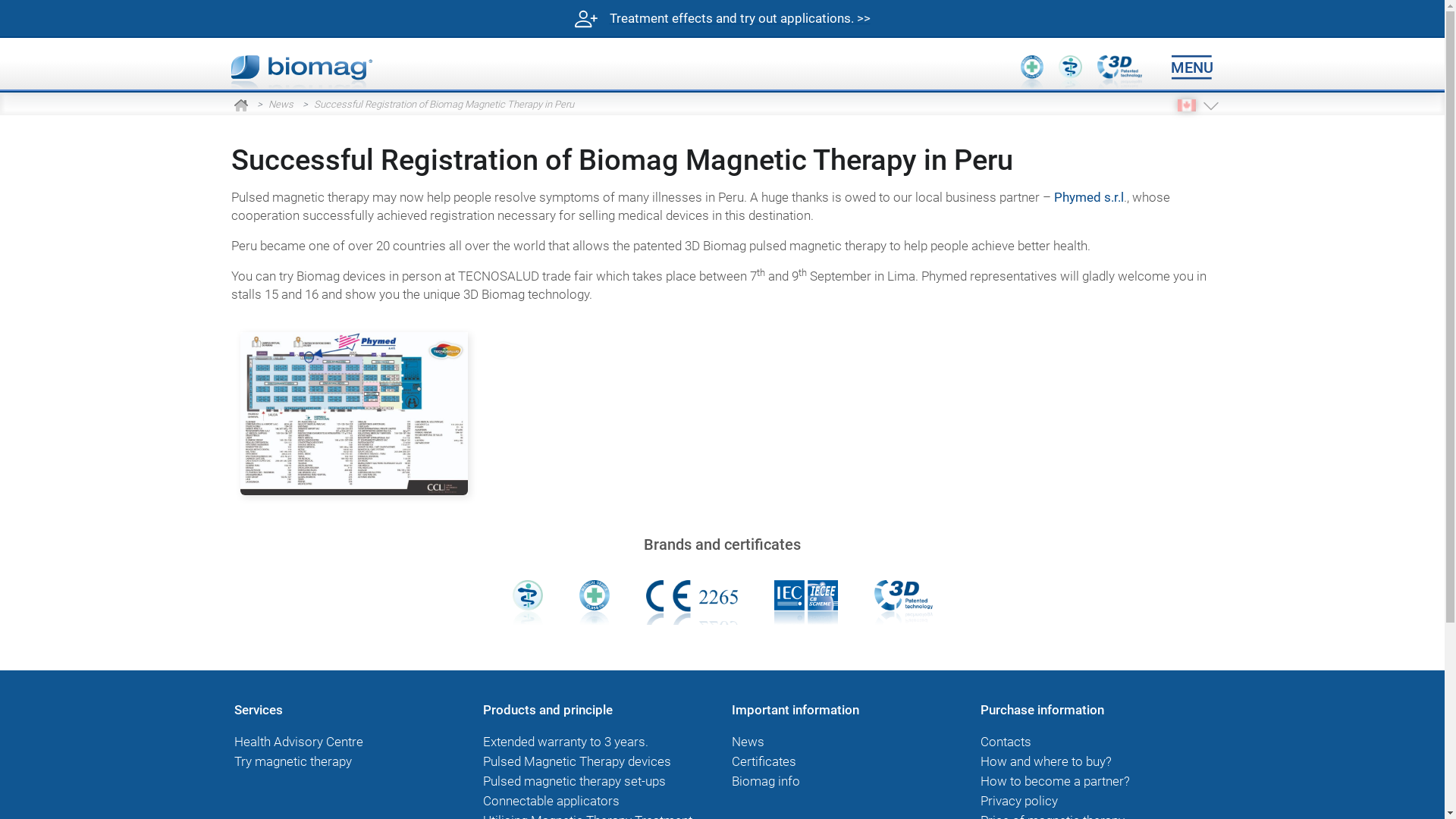 The image size is (1456, 819). Describe the element at coordinates (764, 780) in the screenshot. I see `'Biomag info'` at that location.